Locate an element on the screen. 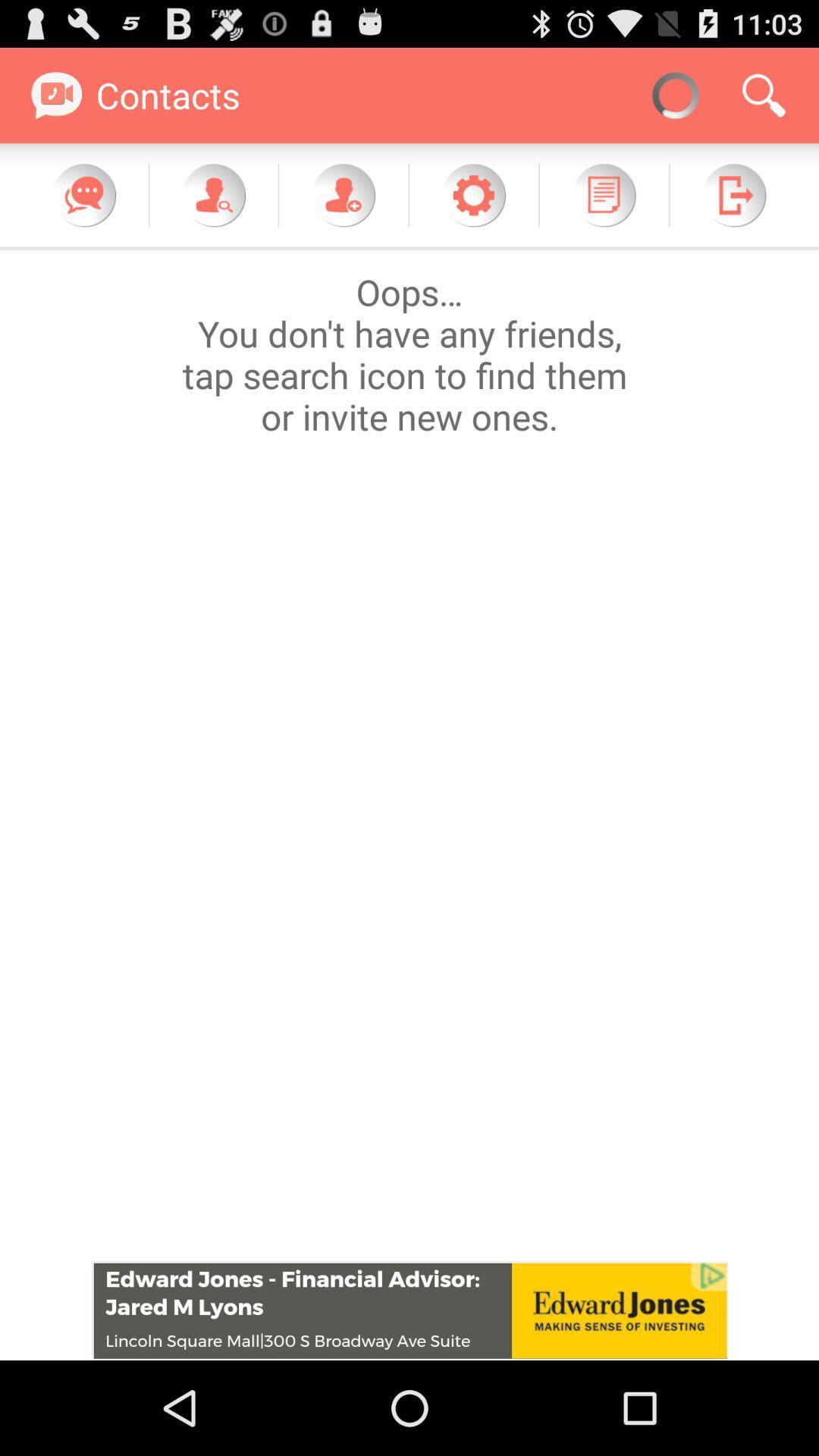 The image size is (819, 1456). chat feature is located at coordinates (84, 194).